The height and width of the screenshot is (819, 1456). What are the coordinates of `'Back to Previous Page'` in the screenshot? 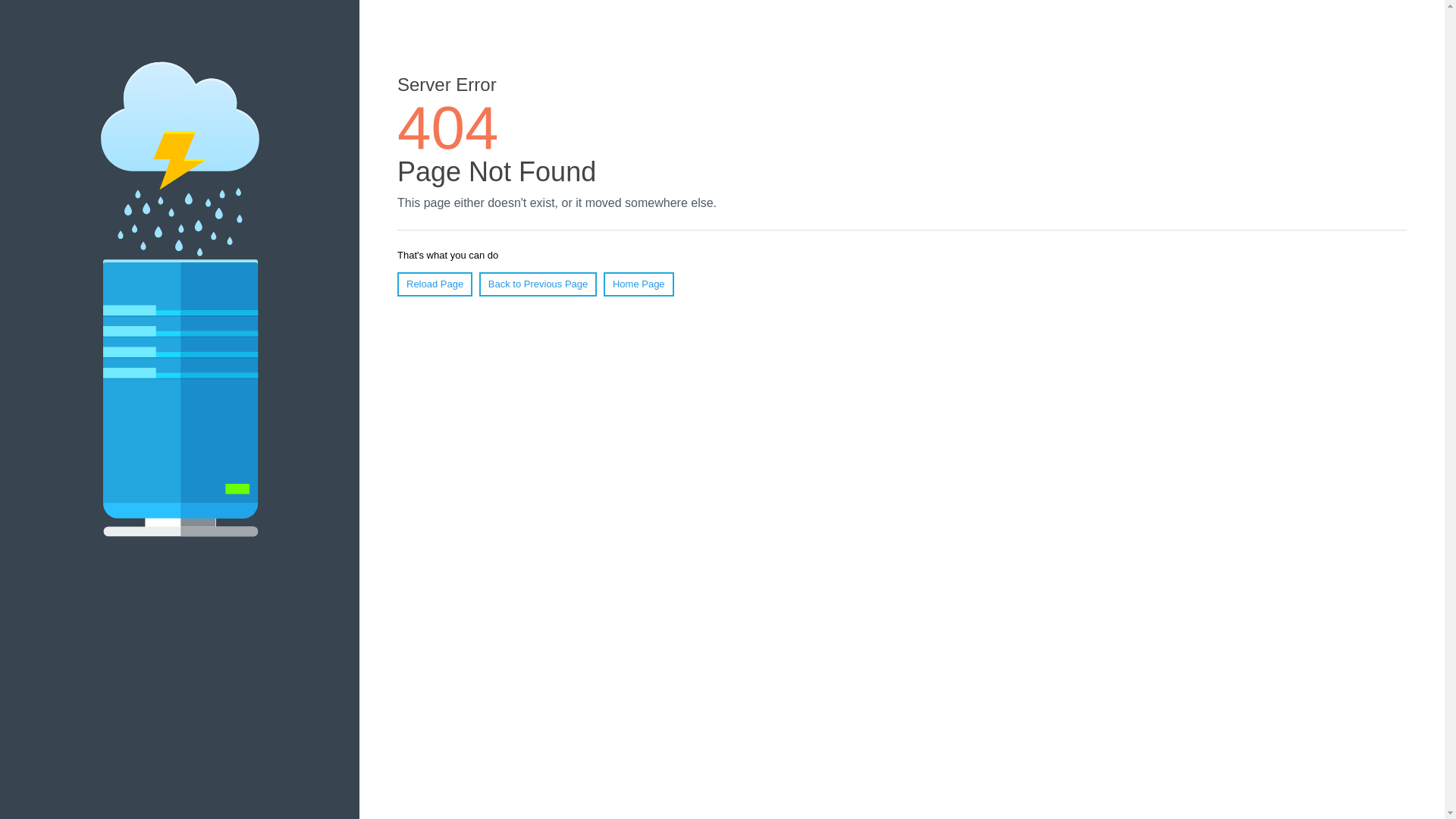 It's located at (479, 284).